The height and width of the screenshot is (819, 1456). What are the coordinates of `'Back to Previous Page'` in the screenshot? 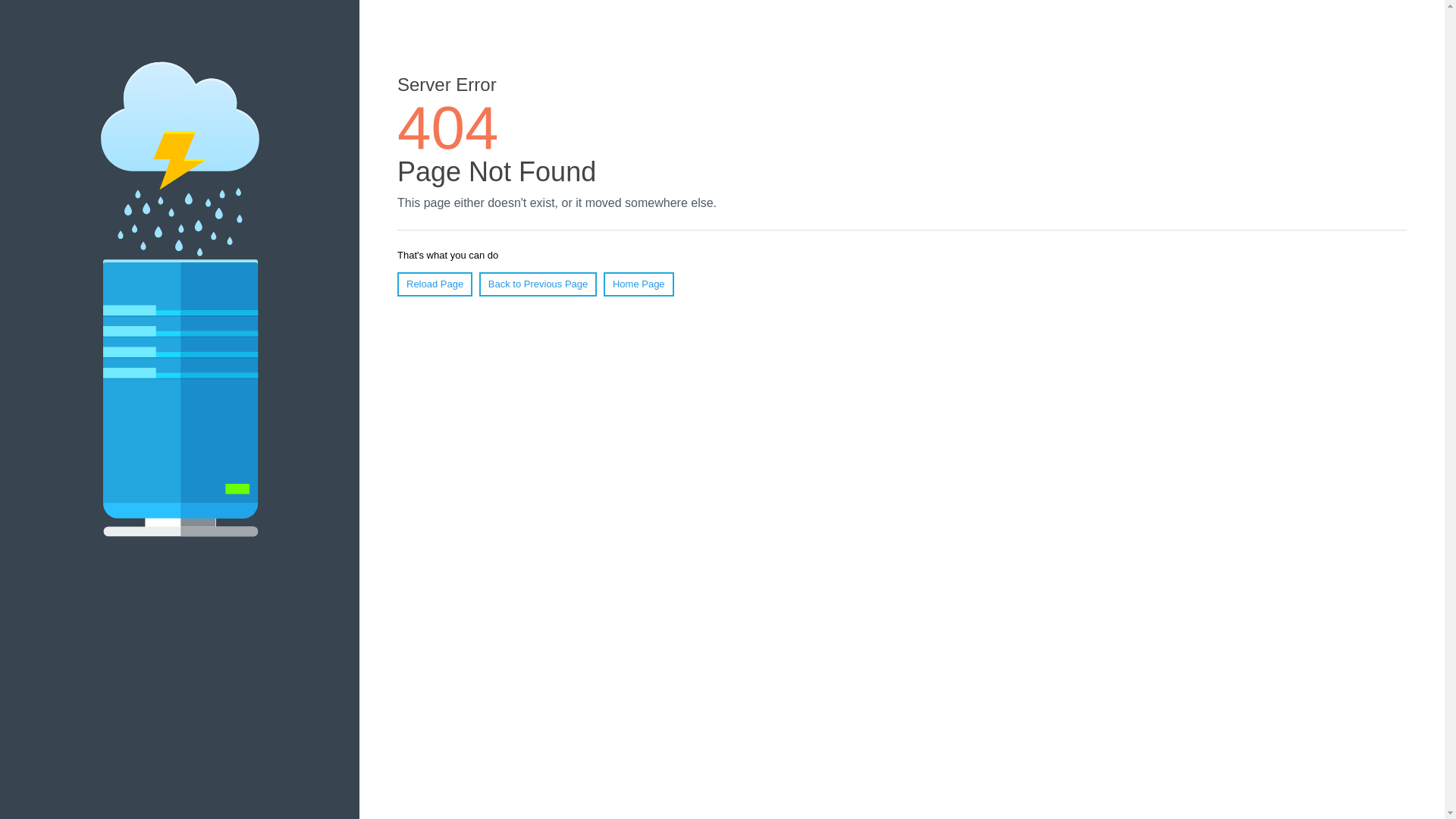 It's located at (479, 284).